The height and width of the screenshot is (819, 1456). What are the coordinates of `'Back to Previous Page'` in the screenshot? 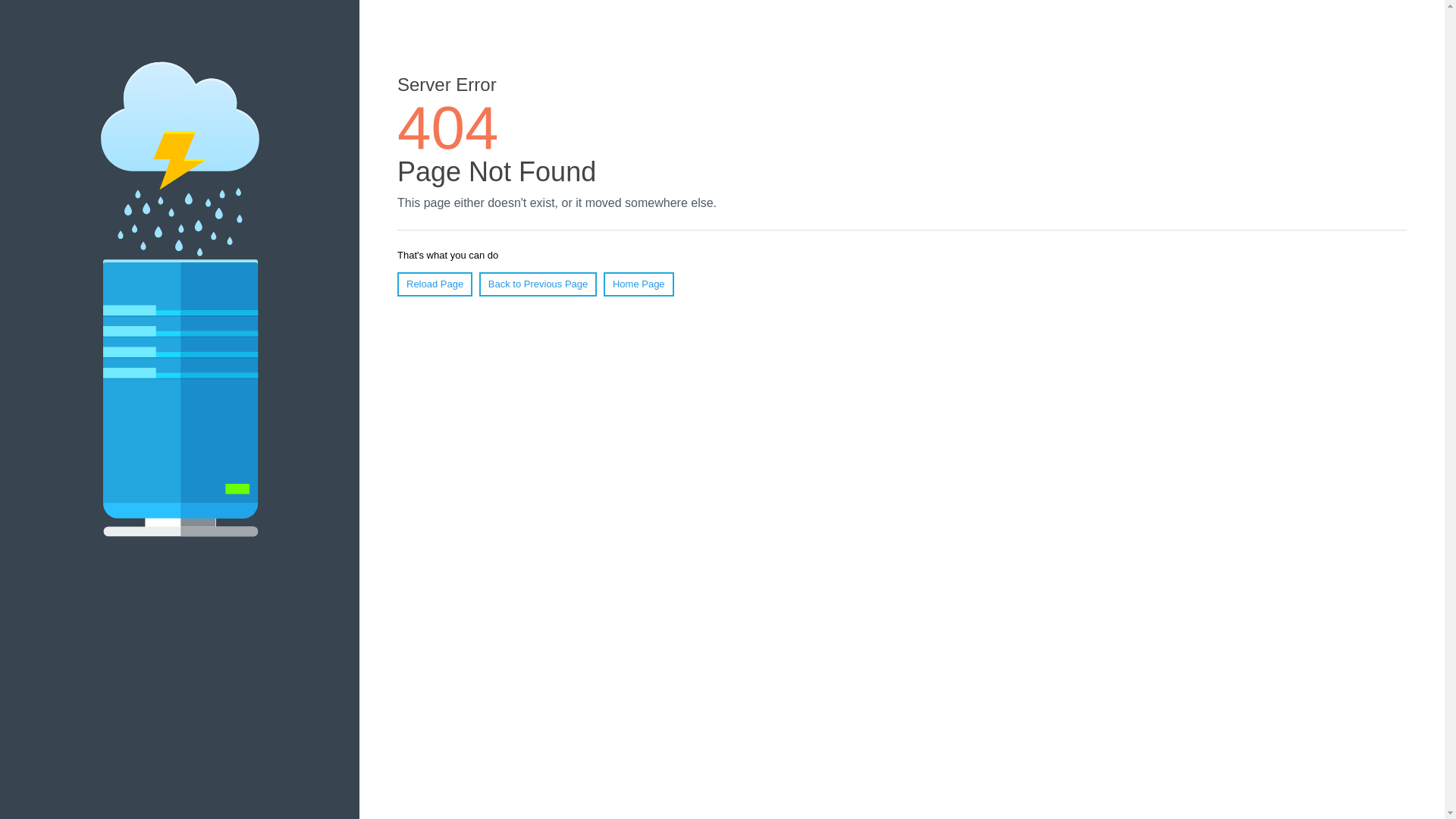 It's located at (479, 284).